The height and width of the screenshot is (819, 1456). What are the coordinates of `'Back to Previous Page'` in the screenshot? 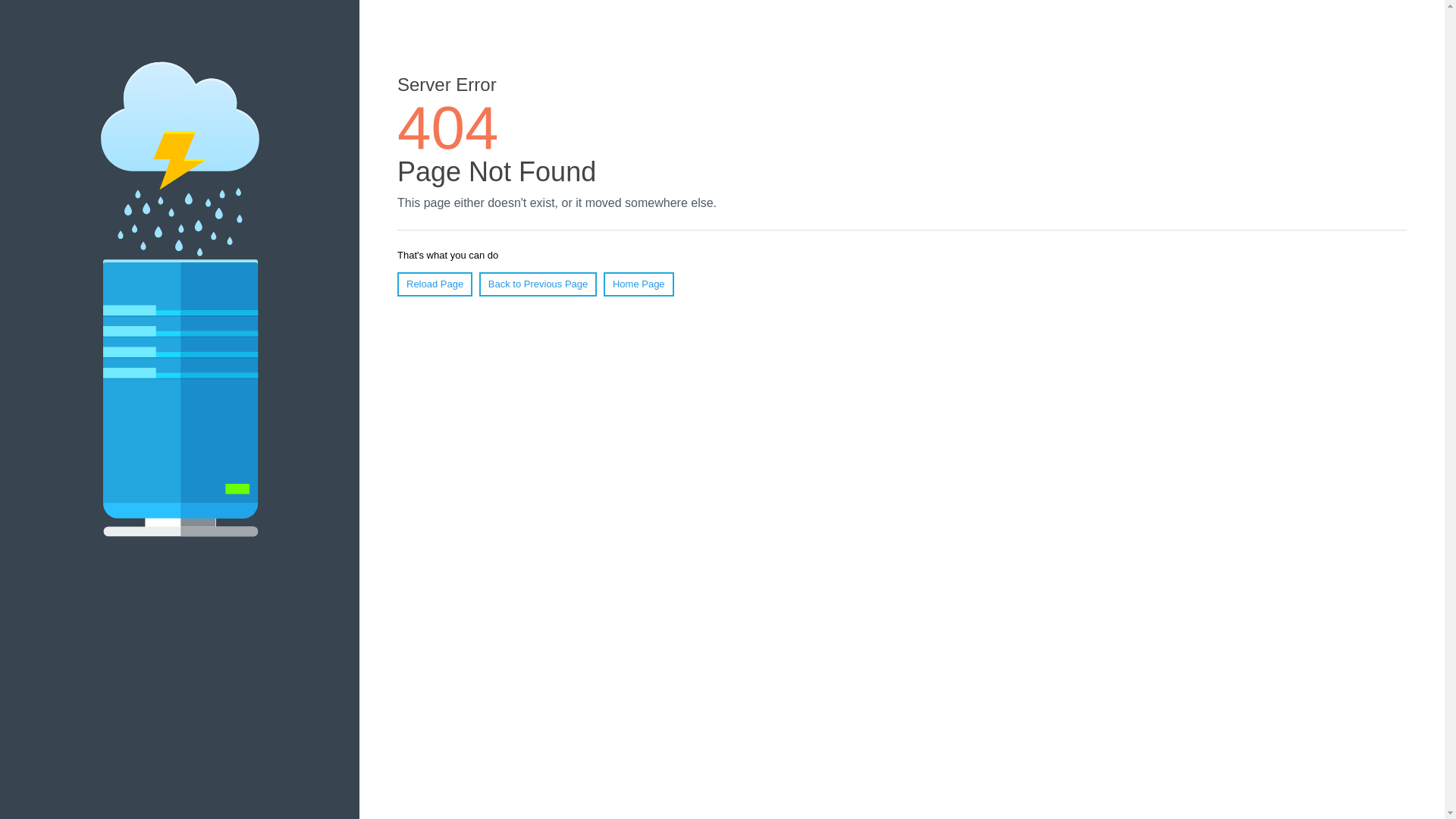 It's located at (479, 284).